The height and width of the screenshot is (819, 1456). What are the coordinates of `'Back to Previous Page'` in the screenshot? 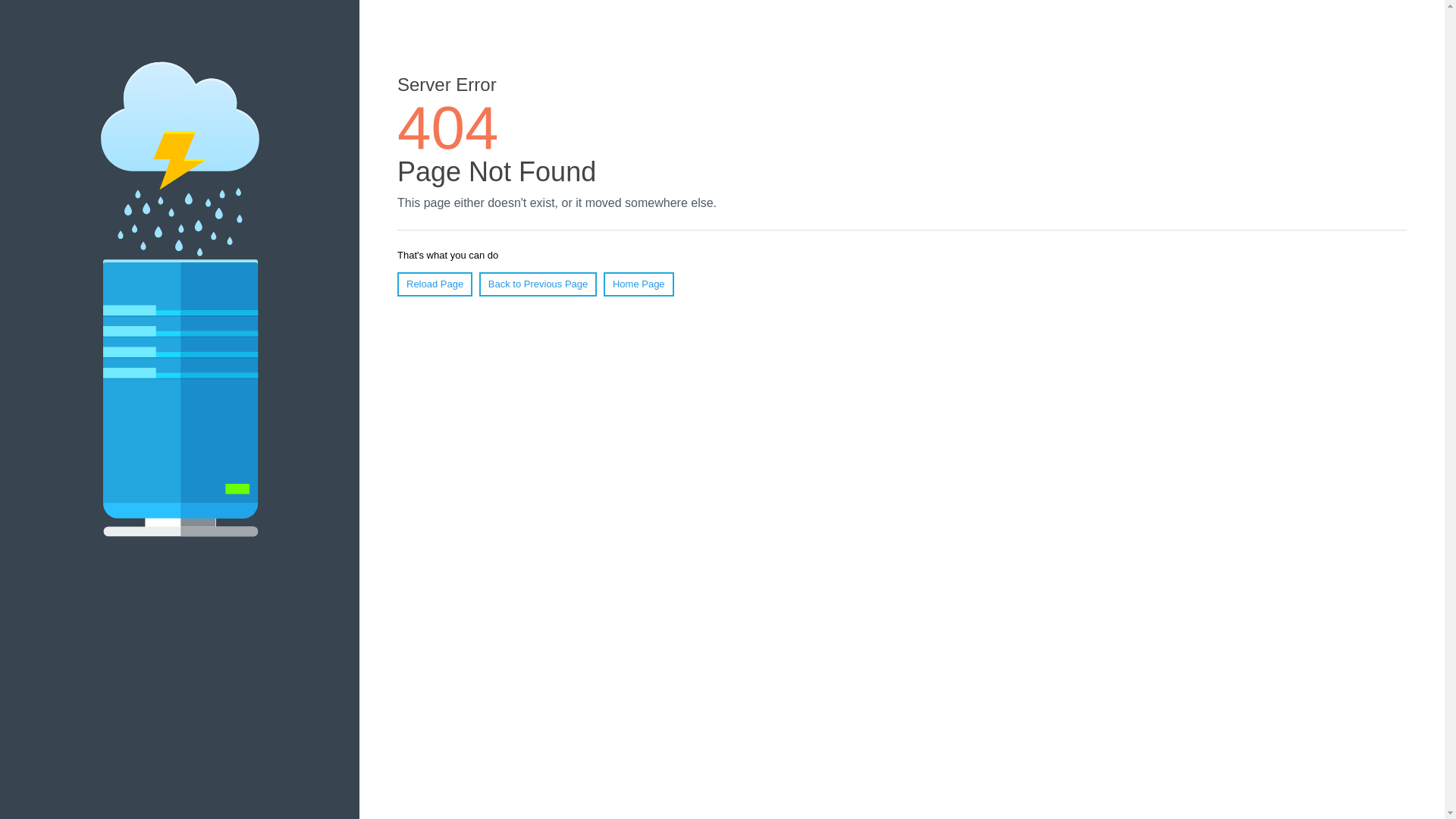 It's located at (479, 284).